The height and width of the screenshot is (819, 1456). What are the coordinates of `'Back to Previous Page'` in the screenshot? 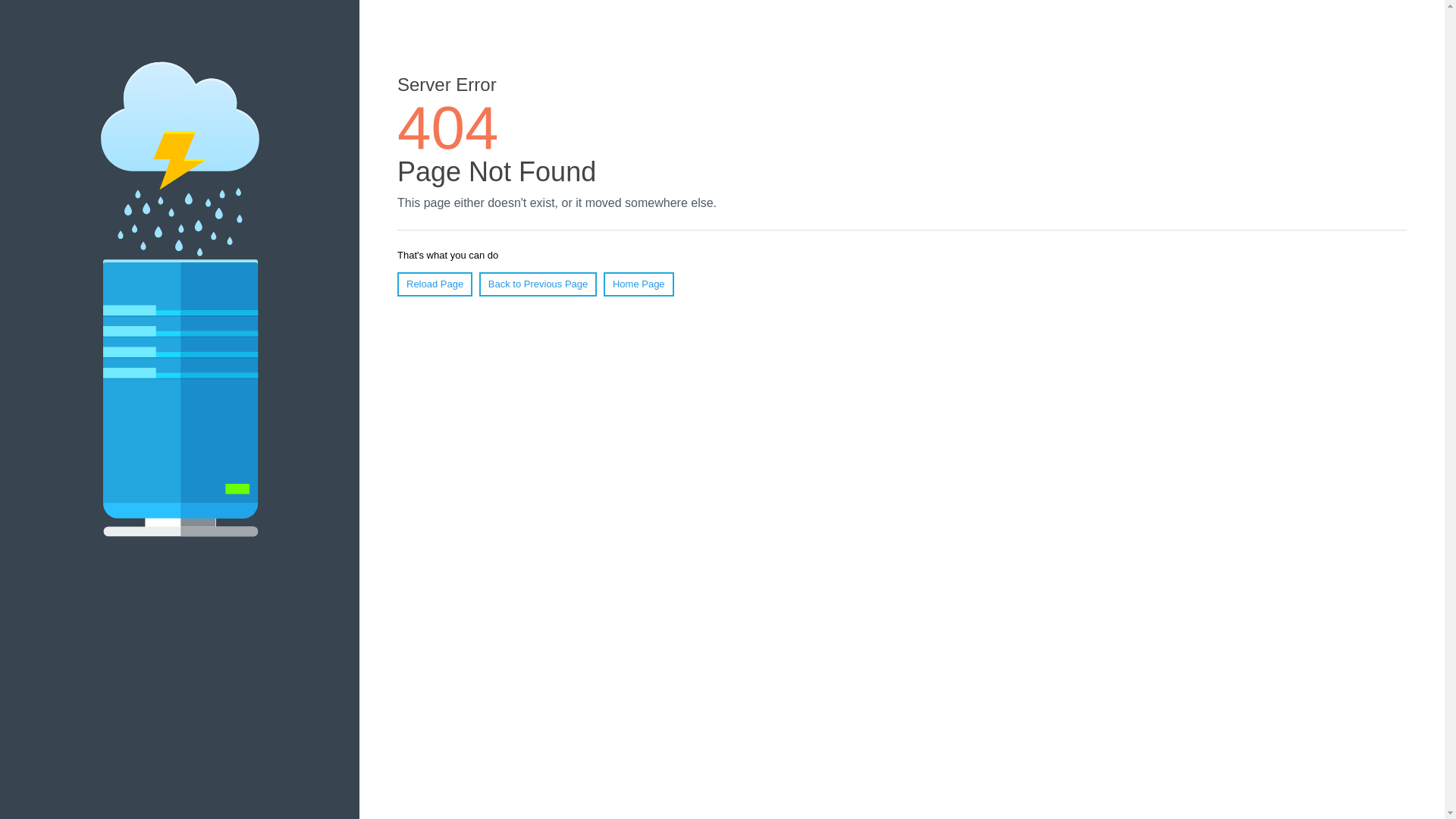 It's located at (479, 284).